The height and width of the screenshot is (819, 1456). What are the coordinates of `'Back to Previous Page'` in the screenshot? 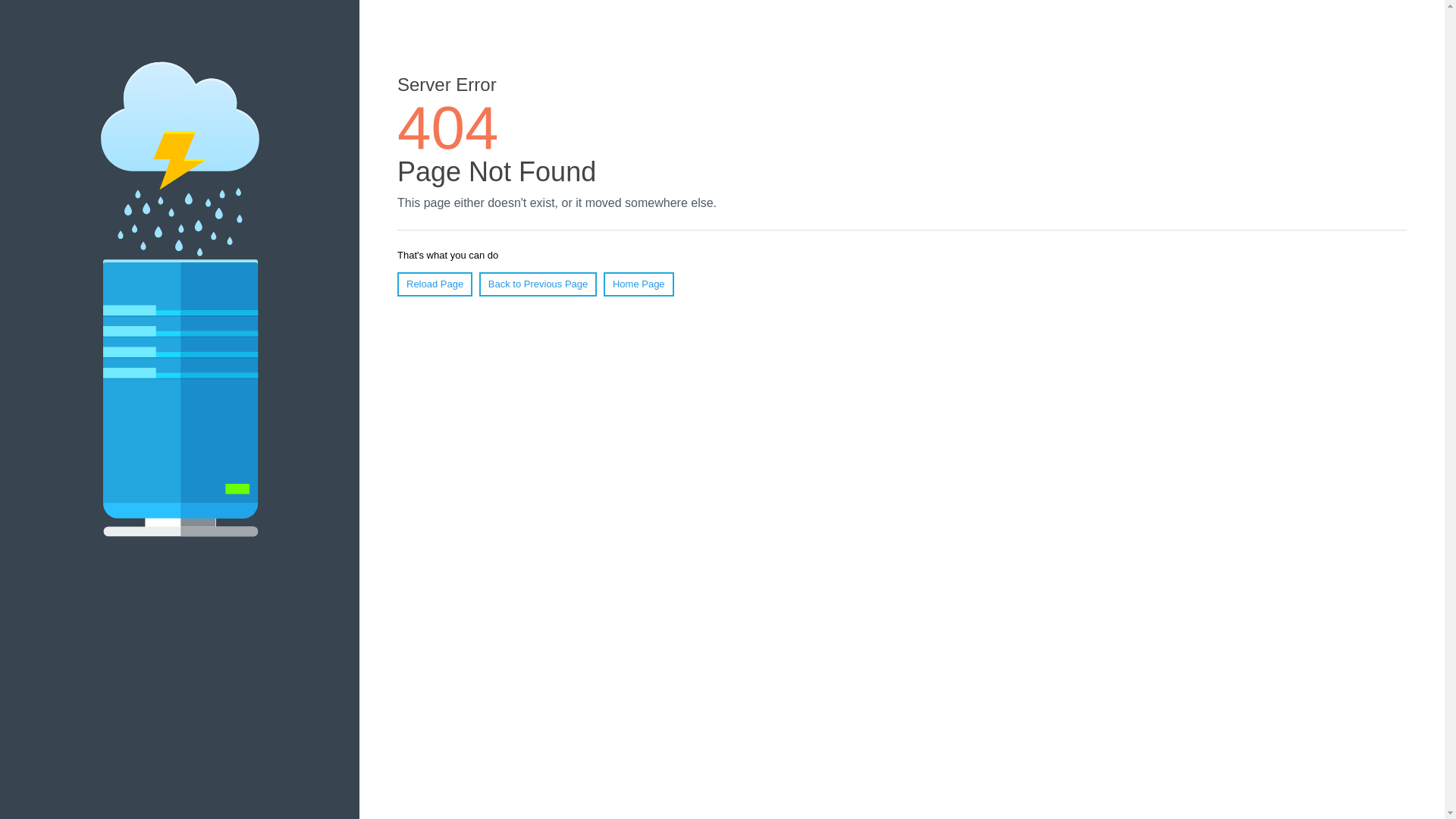 It's located at (479, 284).